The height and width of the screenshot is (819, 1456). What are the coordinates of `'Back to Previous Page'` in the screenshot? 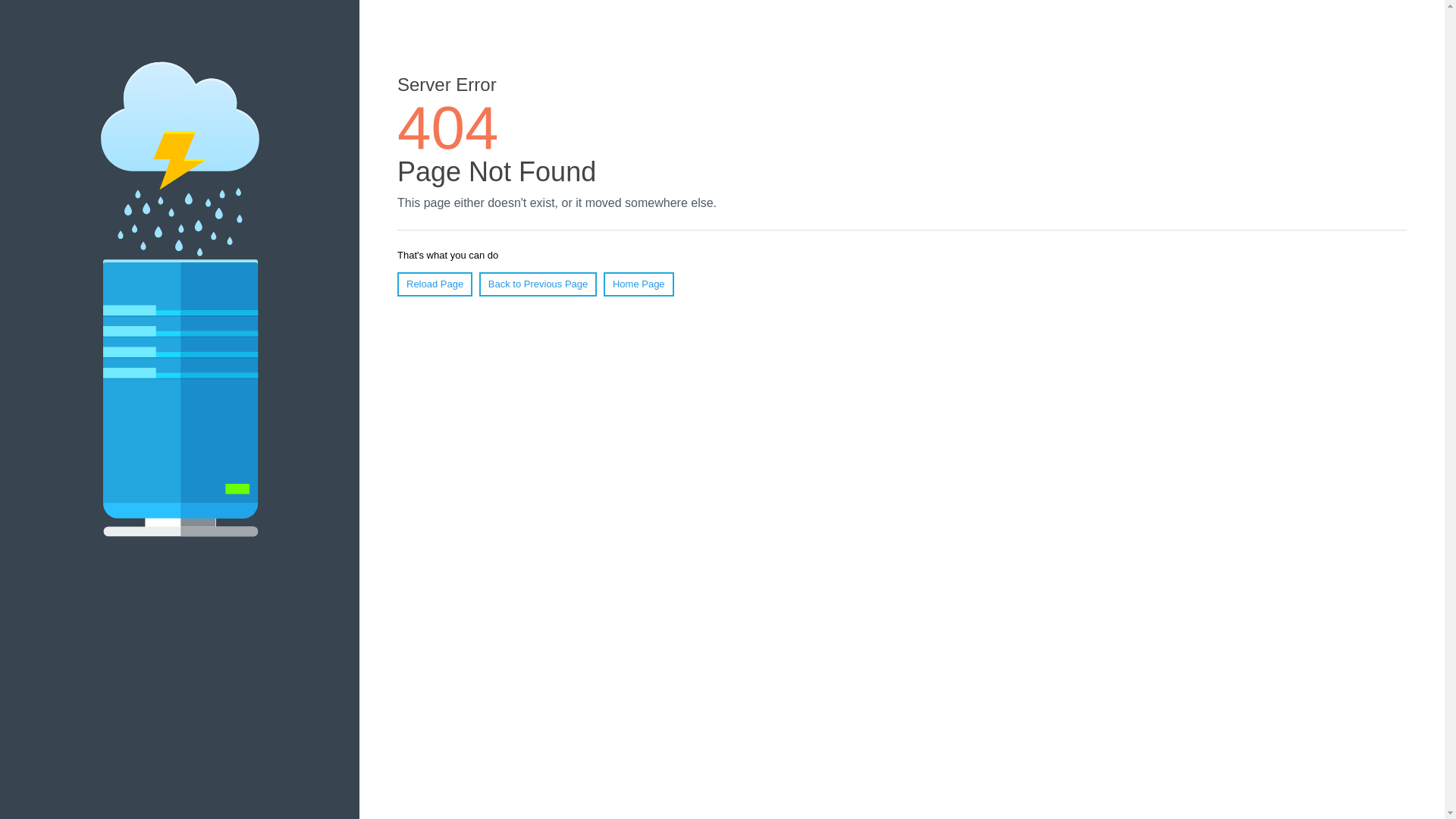 It's located at (479, 284).